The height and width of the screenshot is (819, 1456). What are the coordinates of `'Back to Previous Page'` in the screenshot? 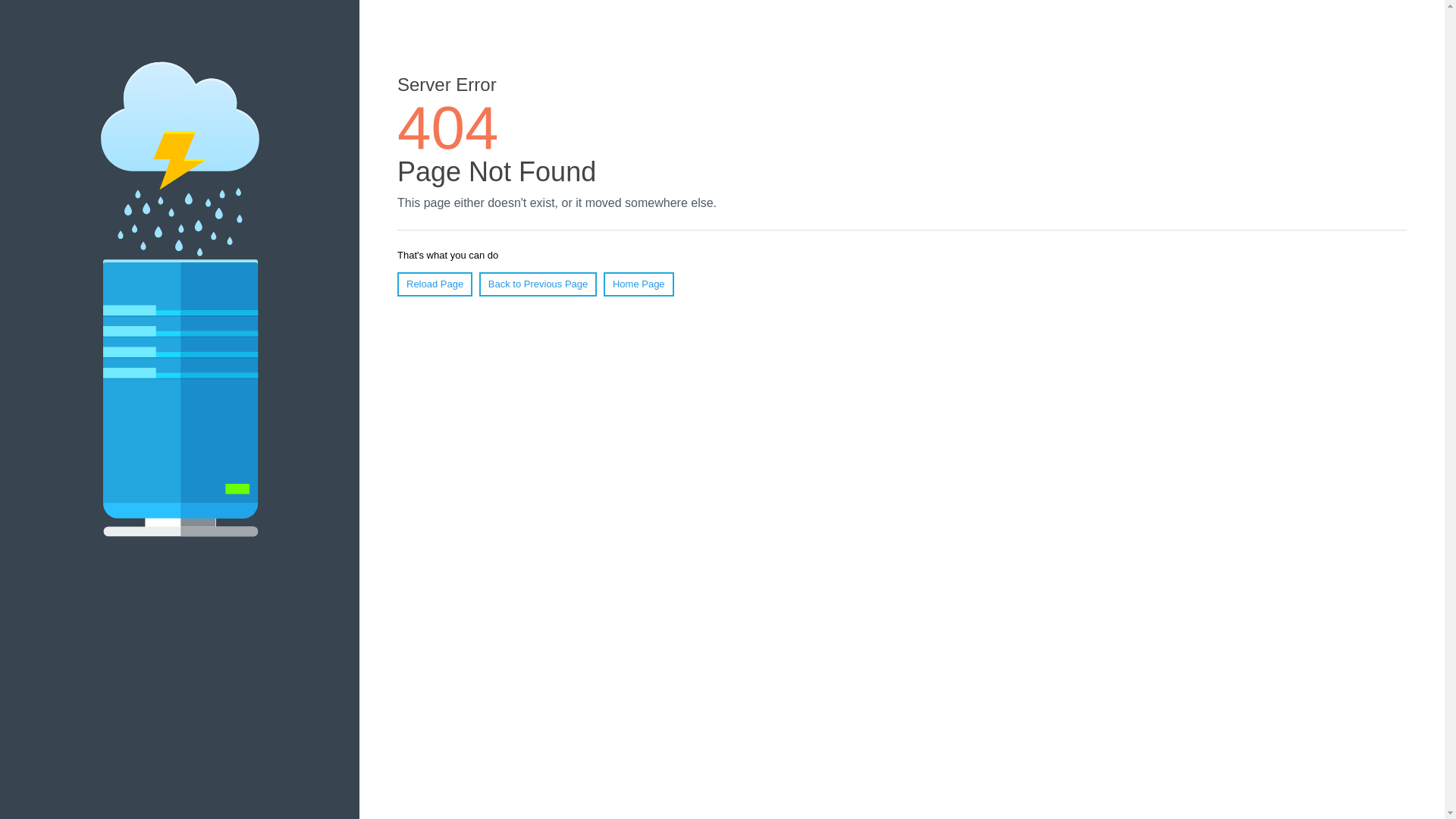 It's located at (479, 284).